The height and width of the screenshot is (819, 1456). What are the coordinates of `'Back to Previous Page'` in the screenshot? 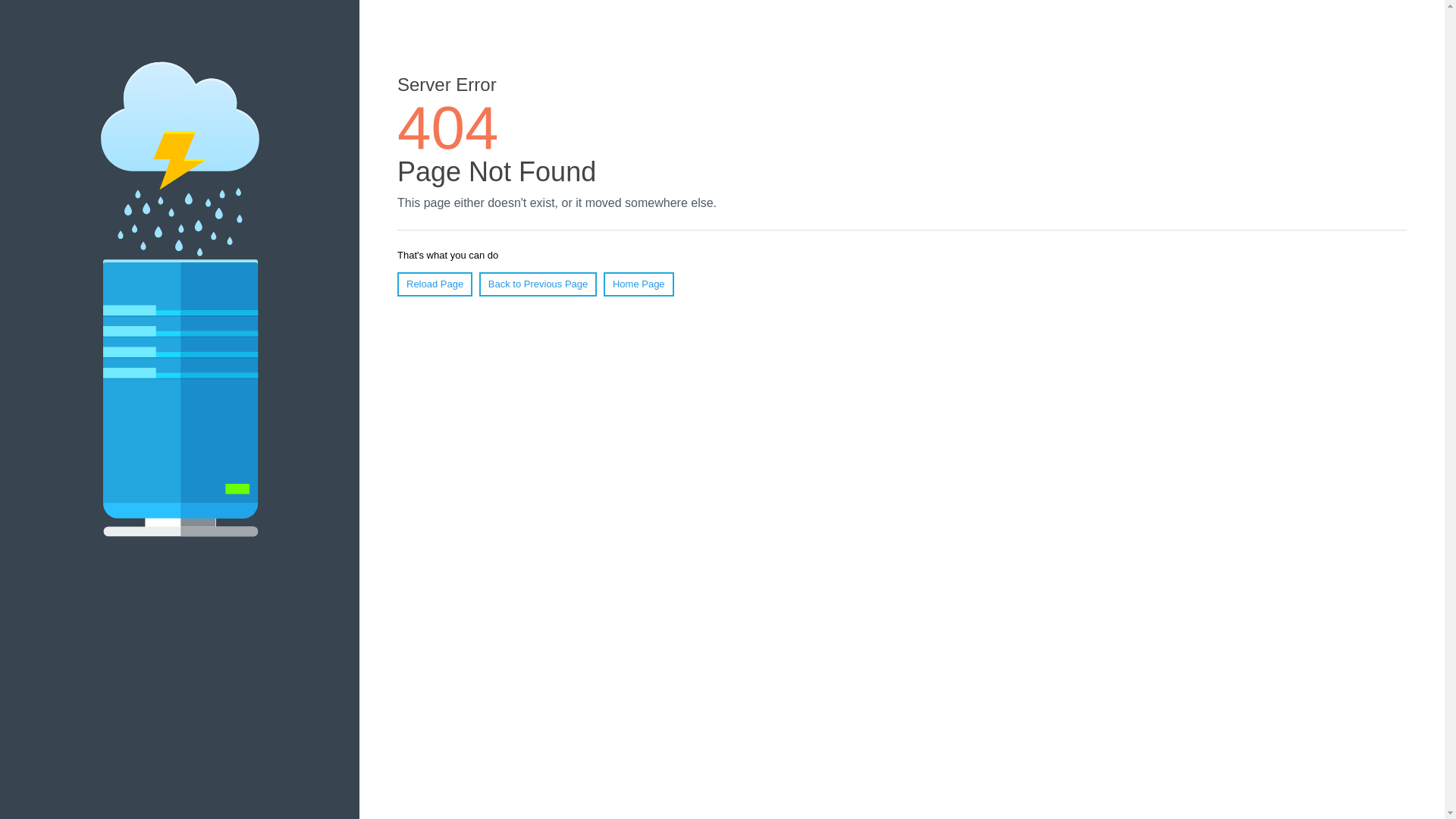 It's located at (479, 284).